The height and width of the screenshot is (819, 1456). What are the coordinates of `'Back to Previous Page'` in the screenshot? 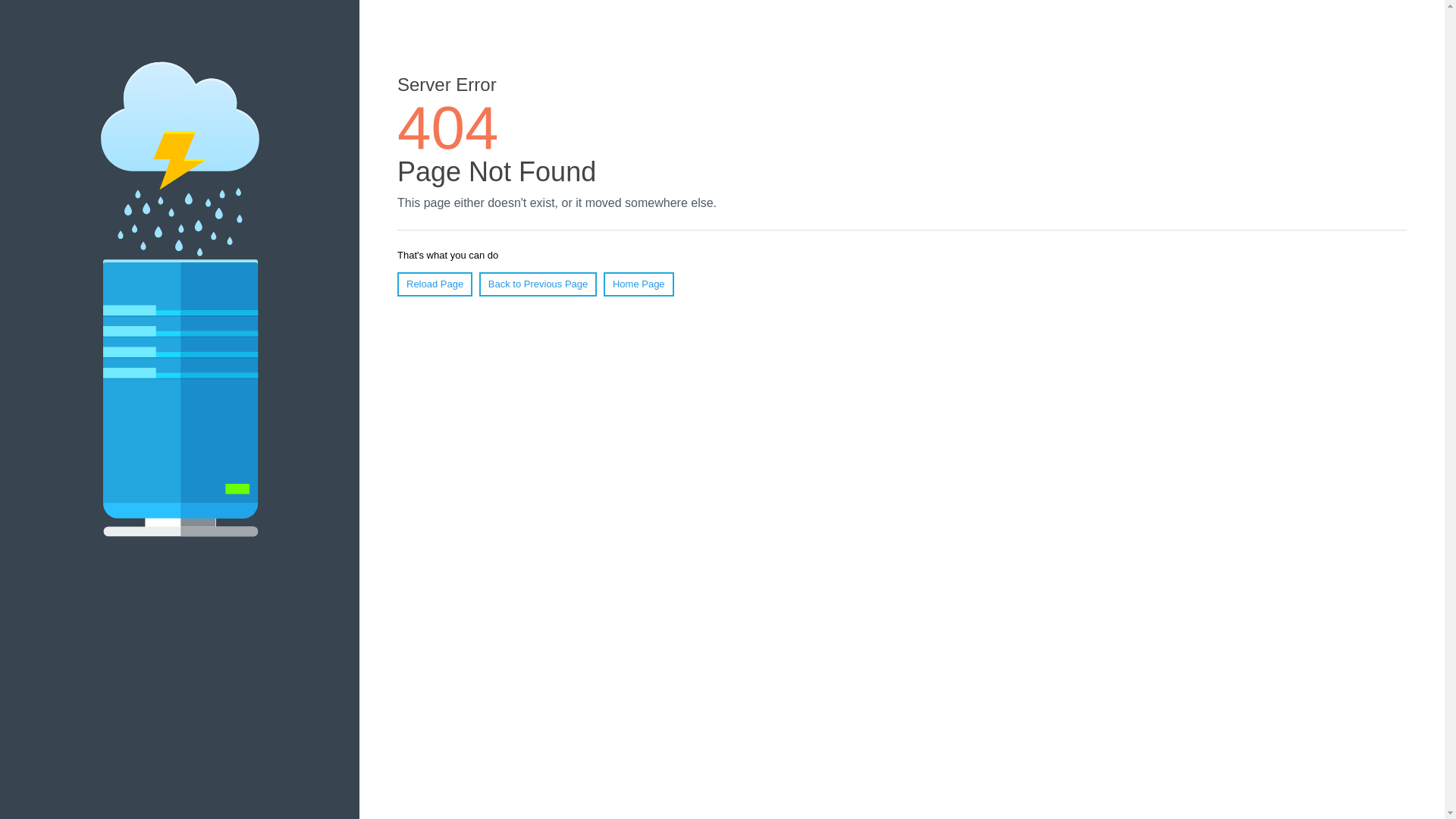 It's located at (479, 284).